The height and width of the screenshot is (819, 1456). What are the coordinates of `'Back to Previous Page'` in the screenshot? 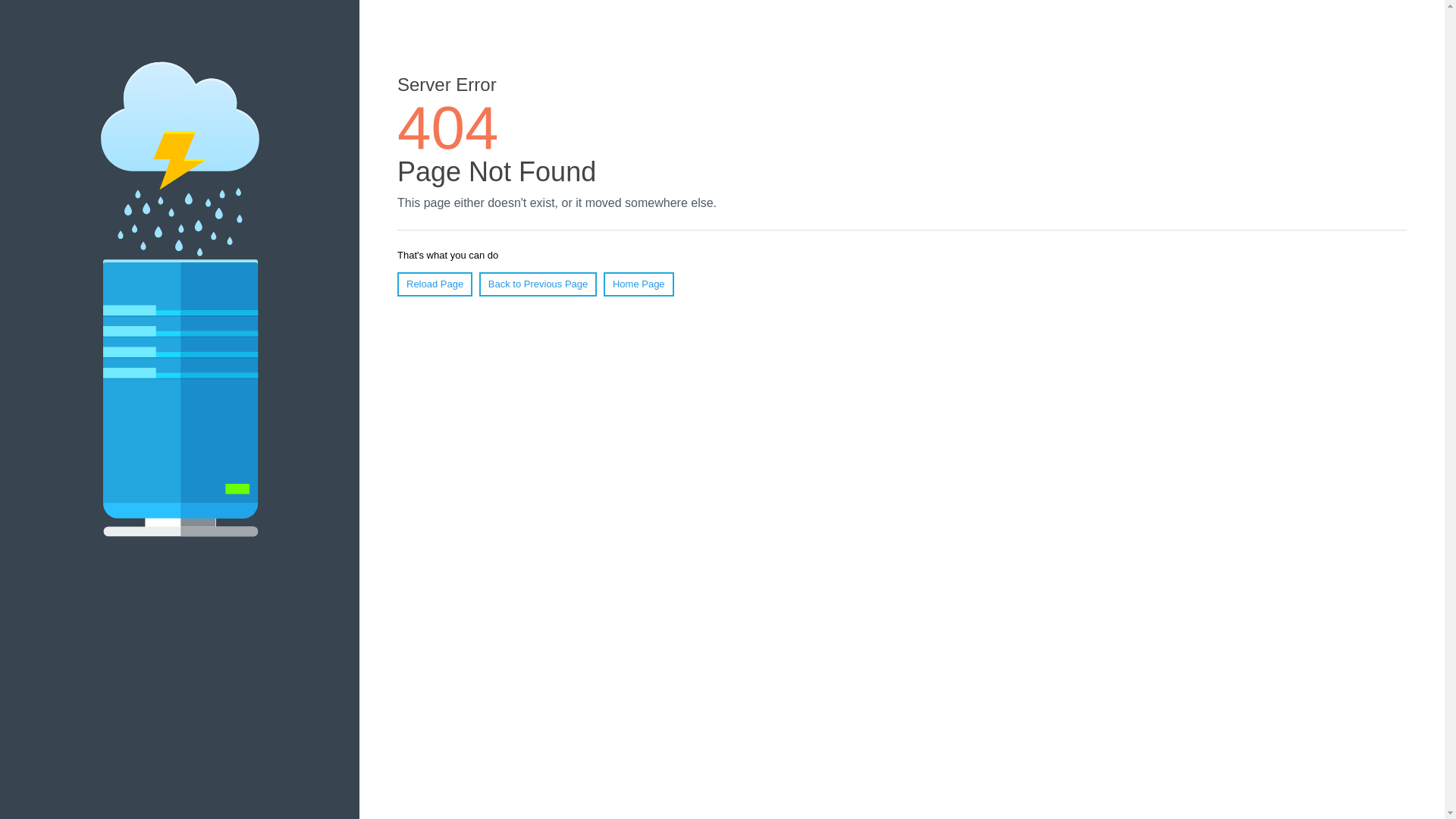 It's located at (479, 284).